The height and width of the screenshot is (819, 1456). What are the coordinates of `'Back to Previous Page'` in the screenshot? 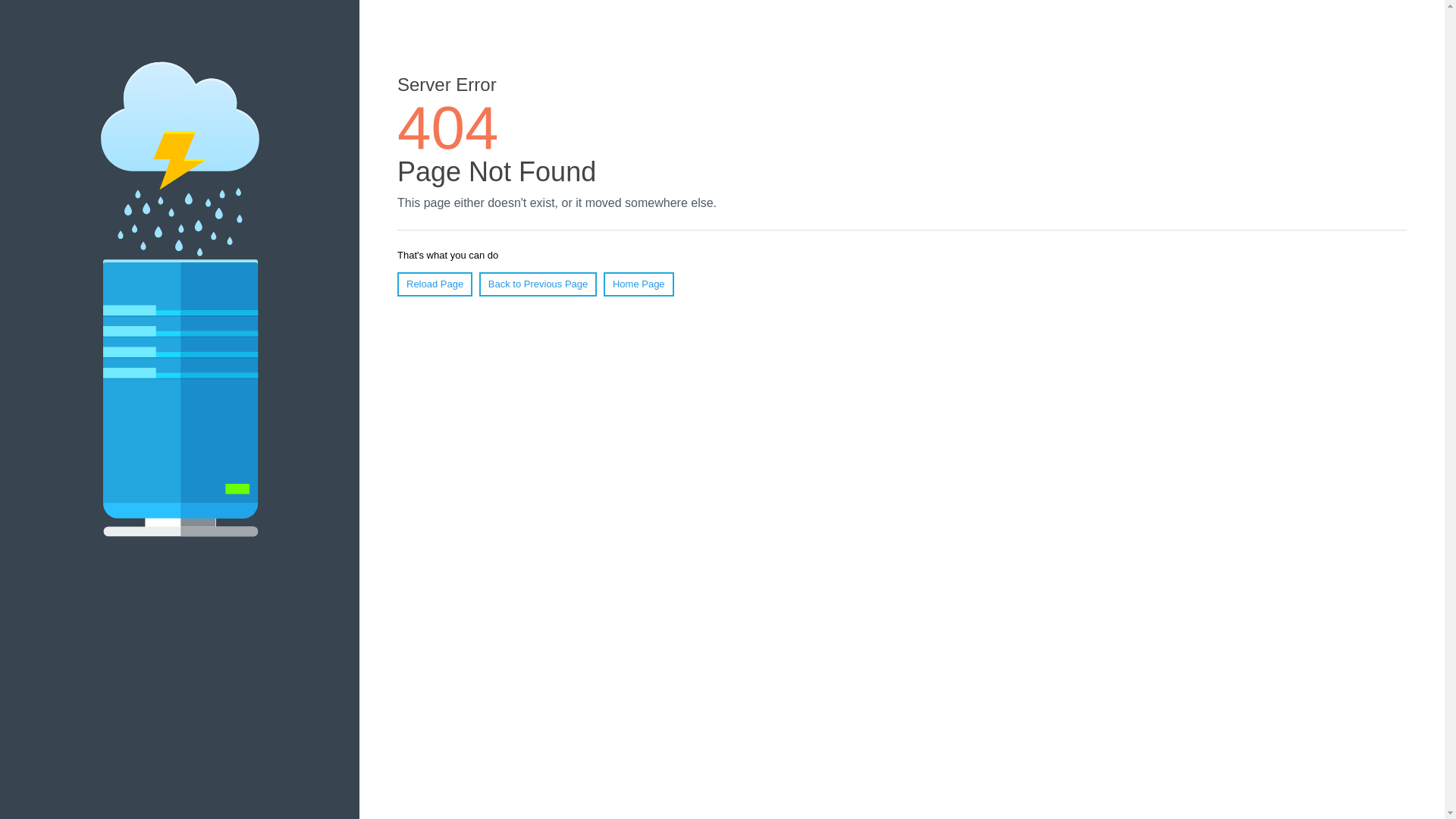 It's located at (479, 284).